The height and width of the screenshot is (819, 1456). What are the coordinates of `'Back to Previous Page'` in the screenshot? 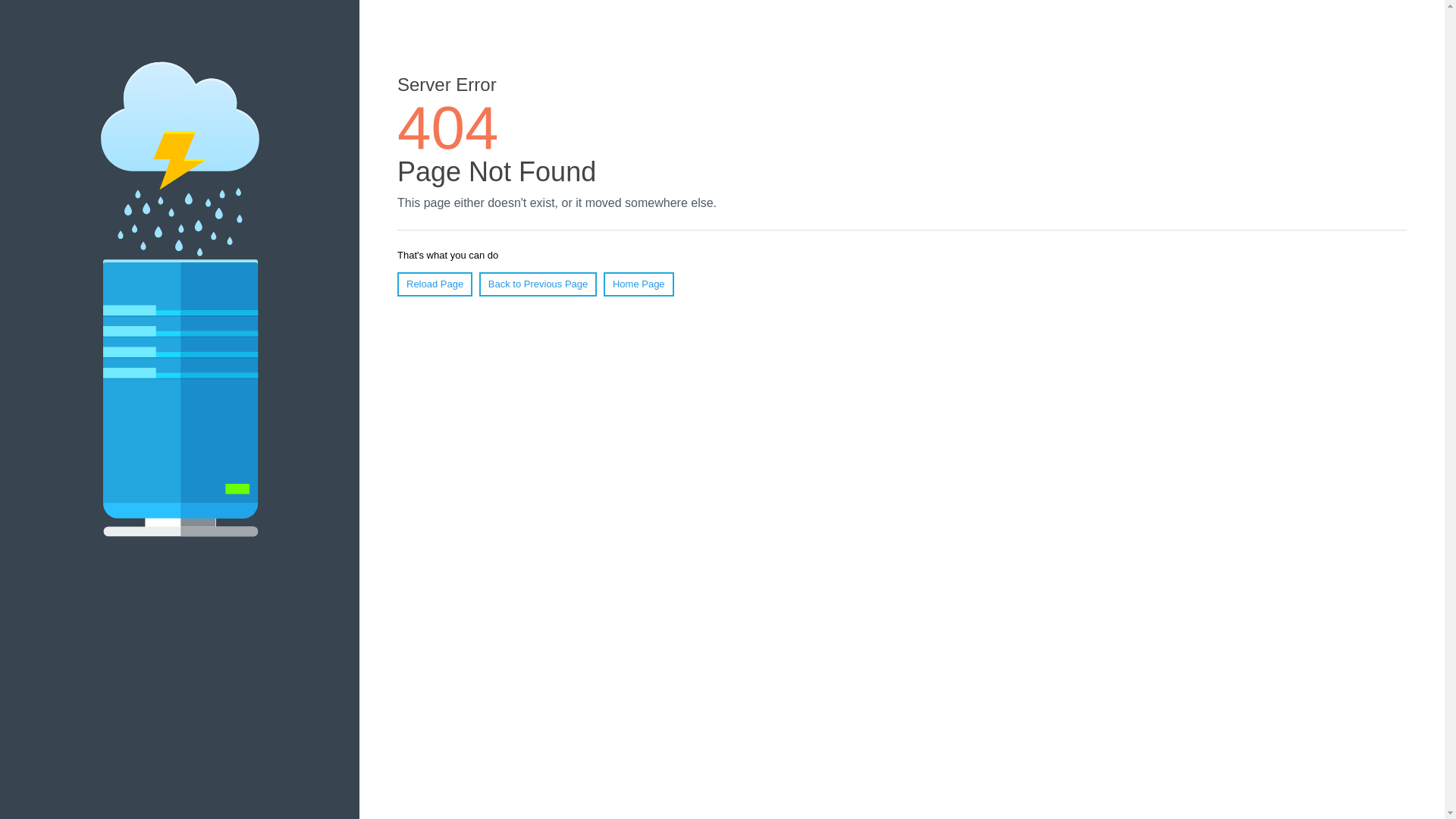 It's located at (479, 284).